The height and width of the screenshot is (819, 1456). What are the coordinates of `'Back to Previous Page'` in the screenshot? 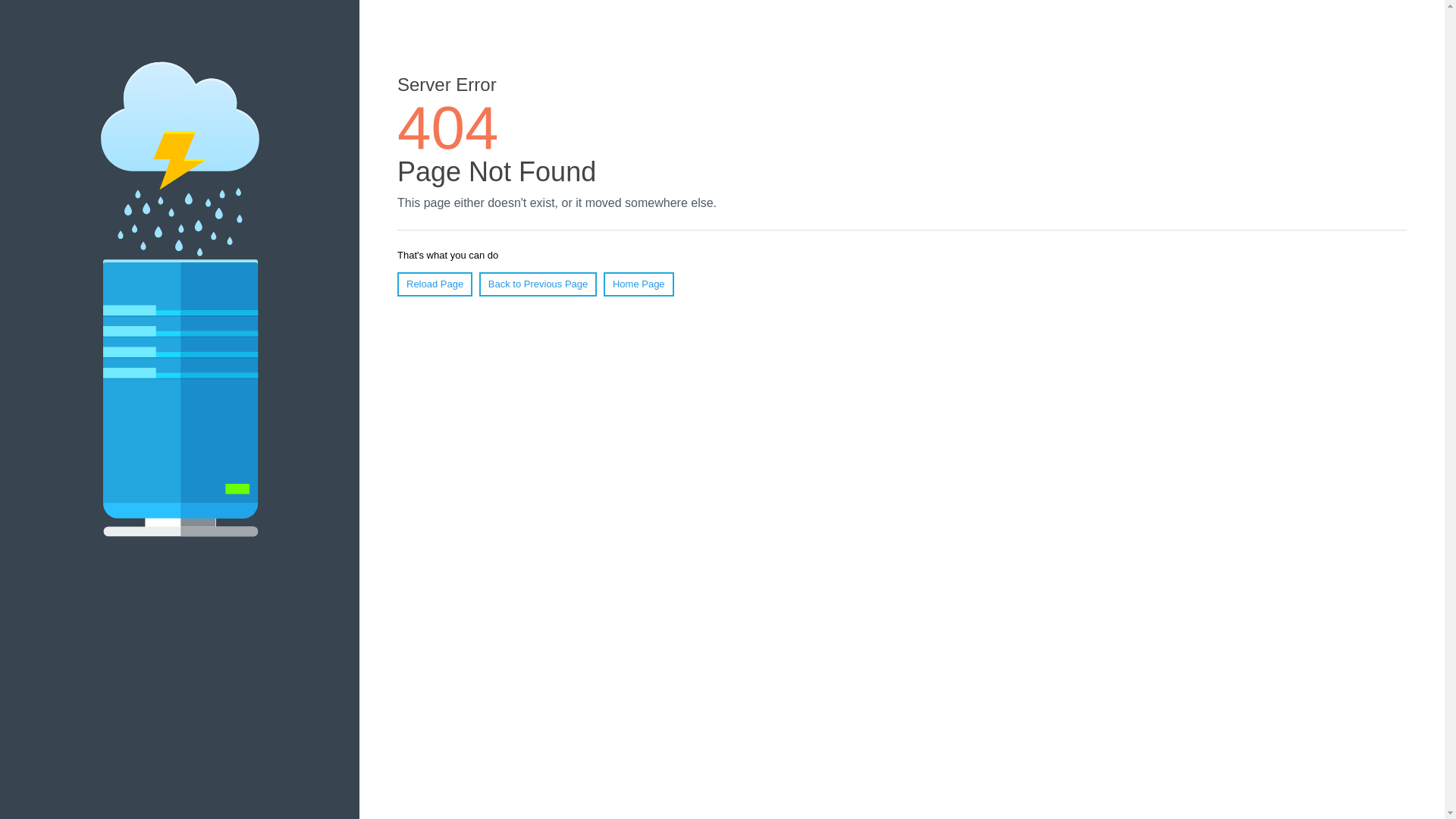 It's located at (479, 284).